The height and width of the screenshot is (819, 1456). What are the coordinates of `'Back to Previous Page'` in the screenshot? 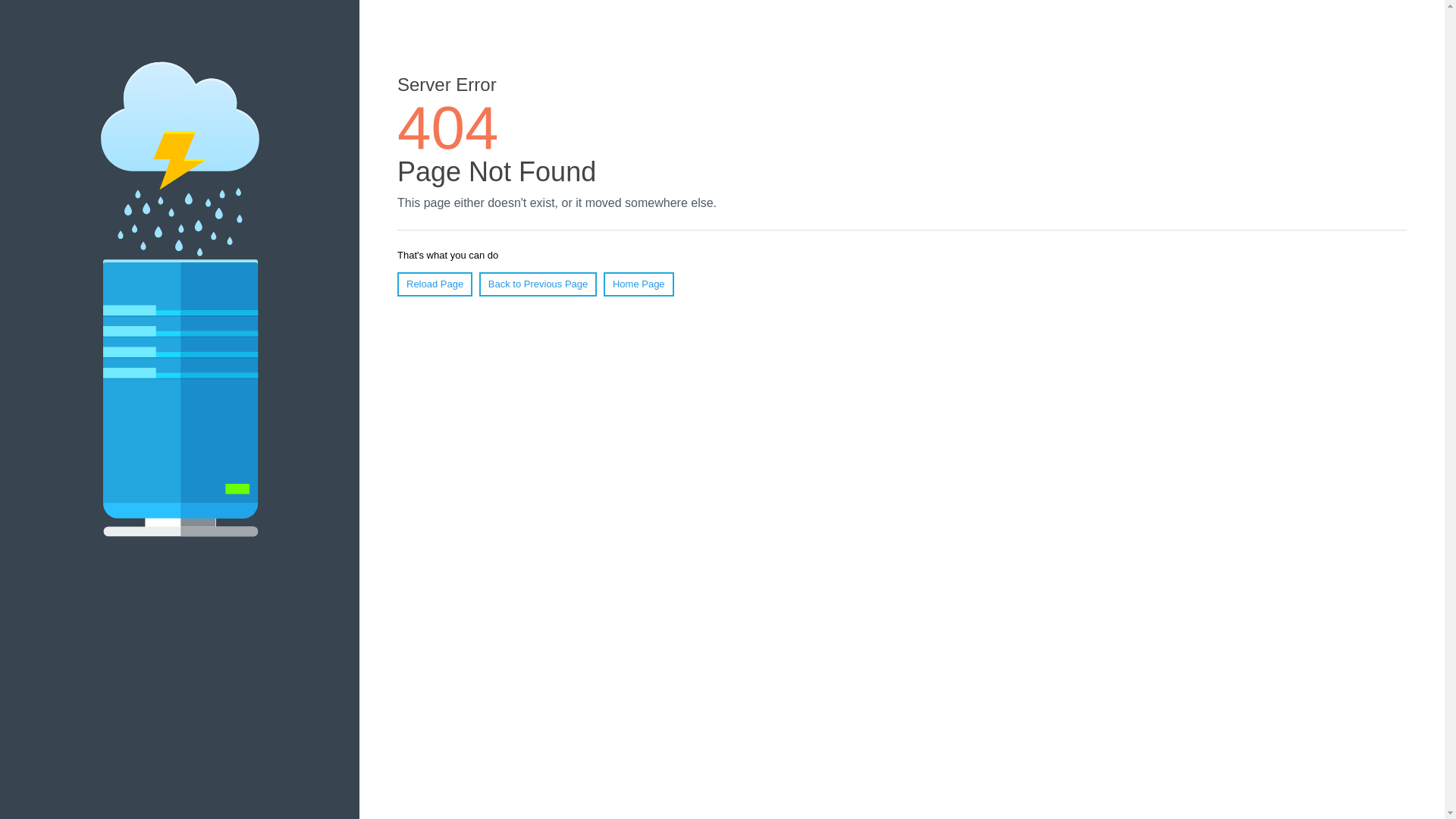 It's located at (479, 284).